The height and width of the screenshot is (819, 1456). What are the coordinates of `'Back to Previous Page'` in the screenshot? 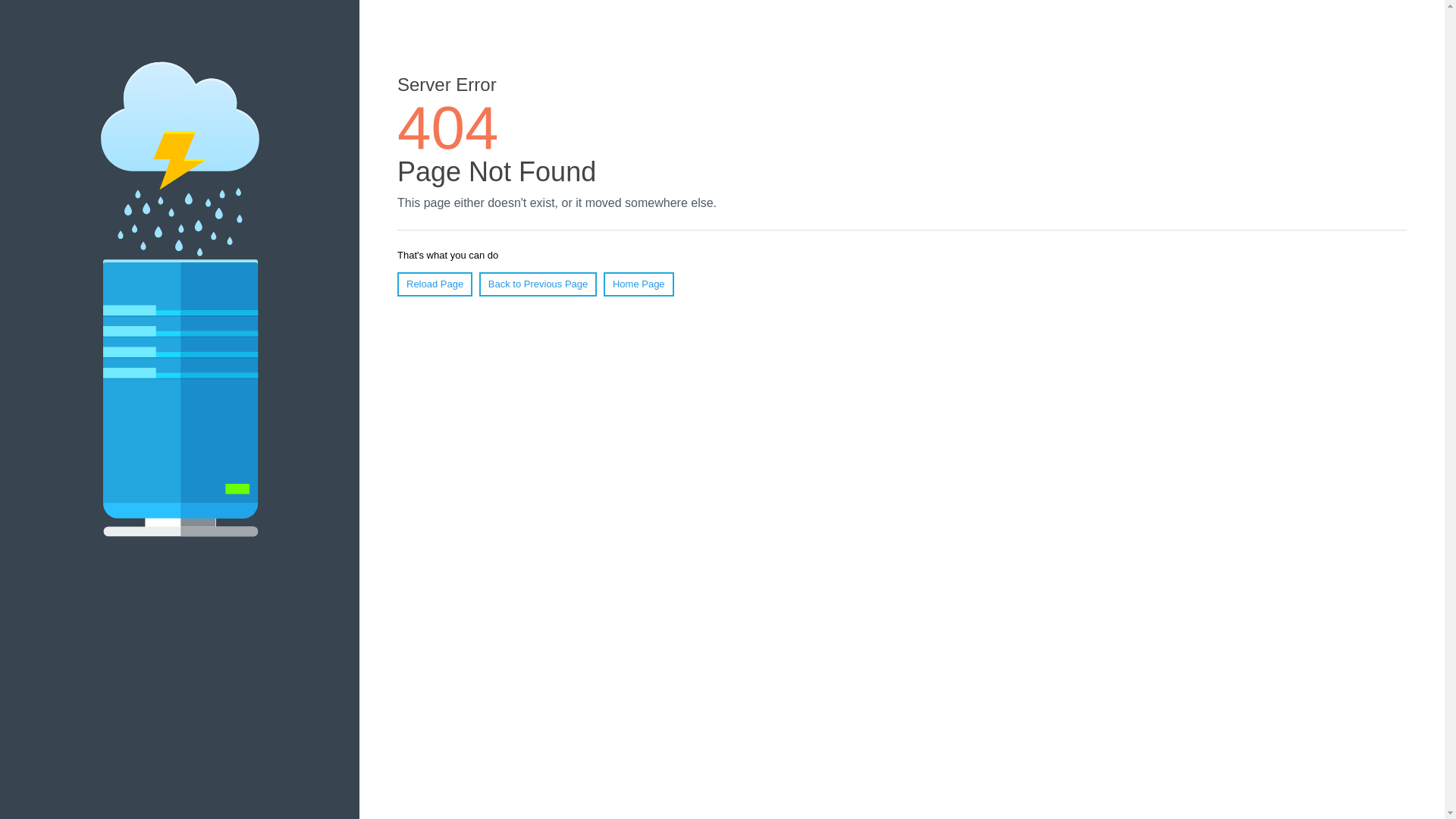 It's located at (479, 284).